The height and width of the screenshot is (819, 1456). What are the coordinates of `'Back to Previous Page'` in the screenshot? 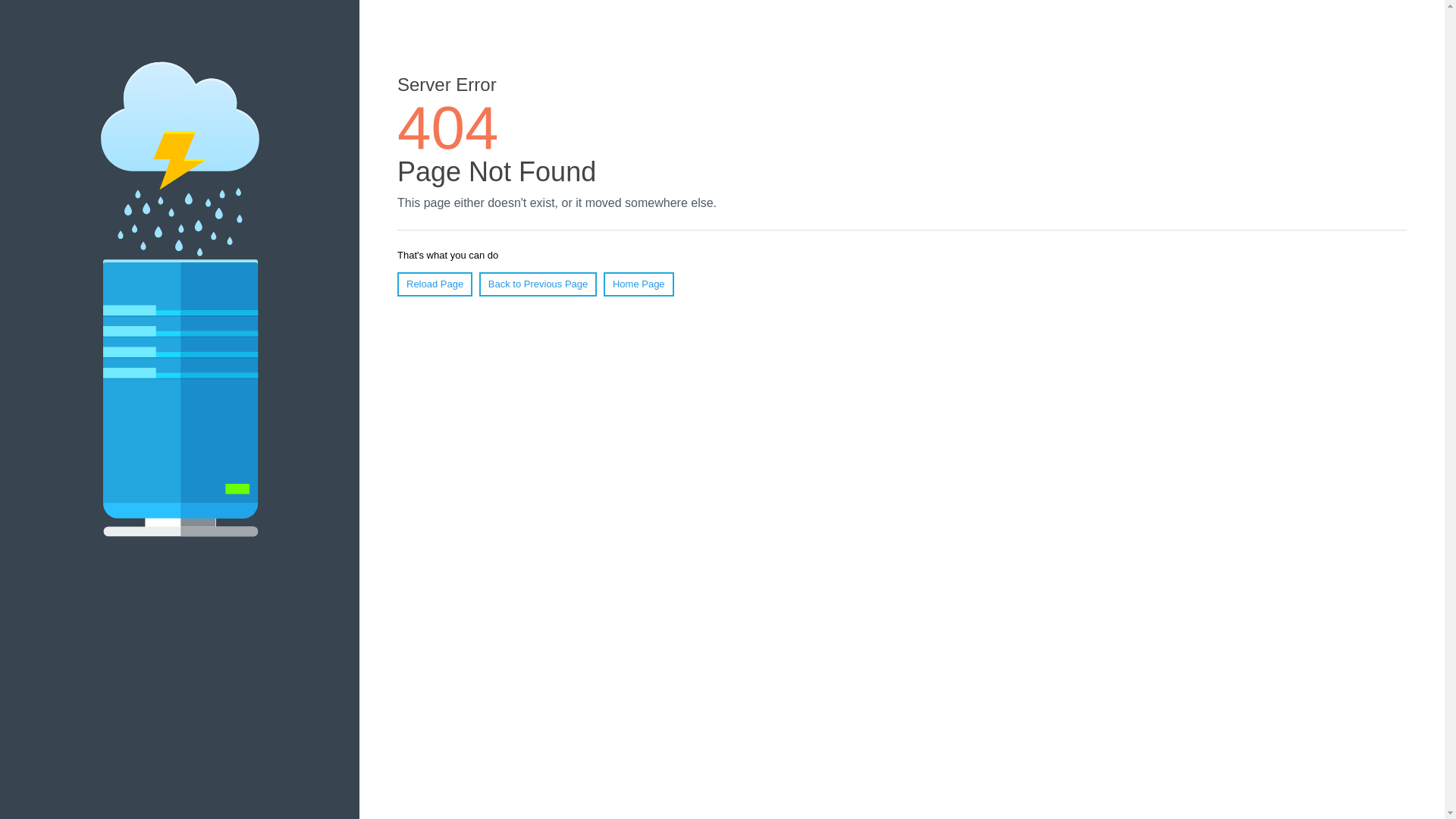 It's located at (479, 284).